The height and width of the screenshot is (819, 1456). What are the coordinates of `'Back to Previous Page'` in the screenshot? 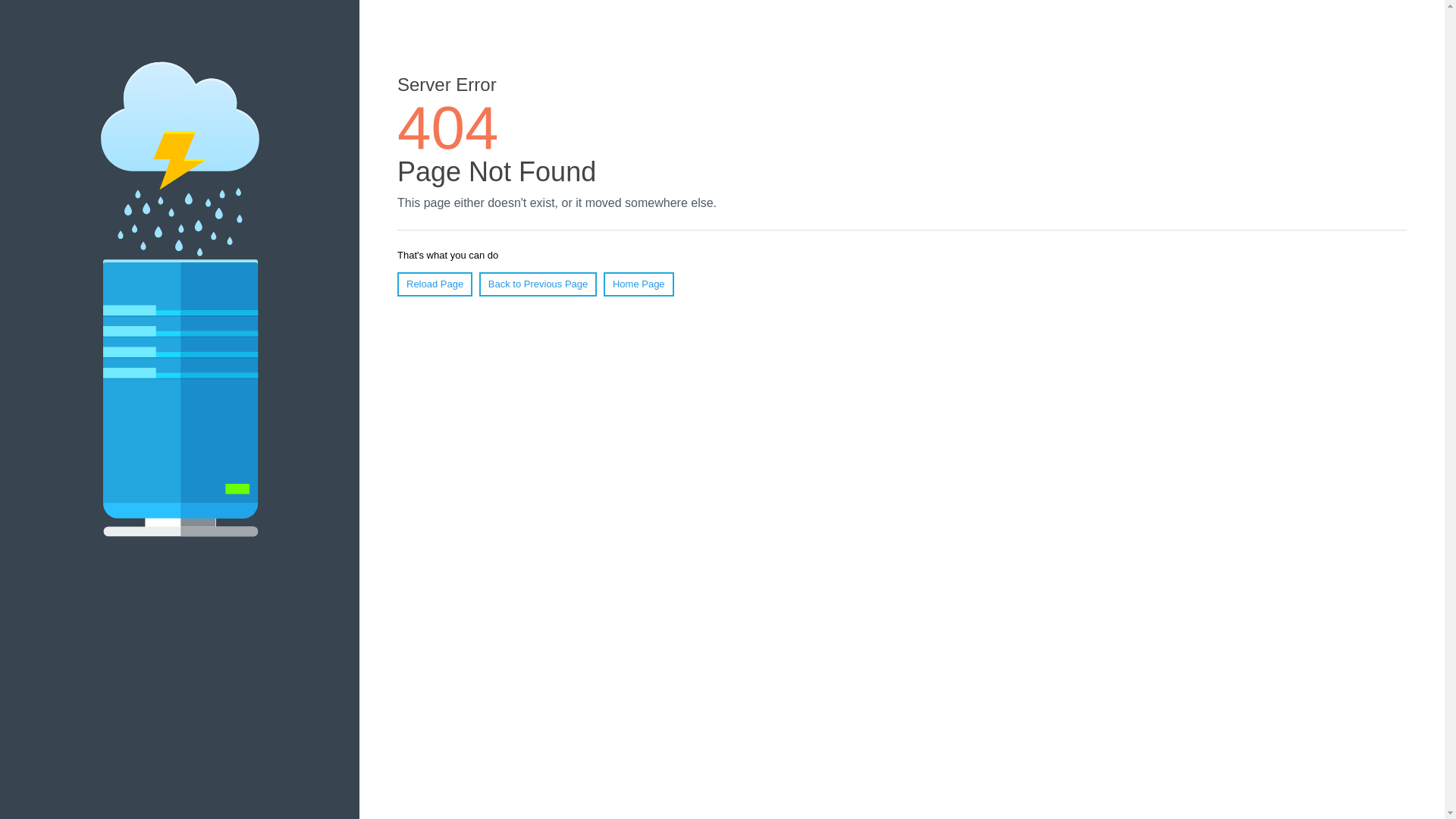 It's located at (479, 284).